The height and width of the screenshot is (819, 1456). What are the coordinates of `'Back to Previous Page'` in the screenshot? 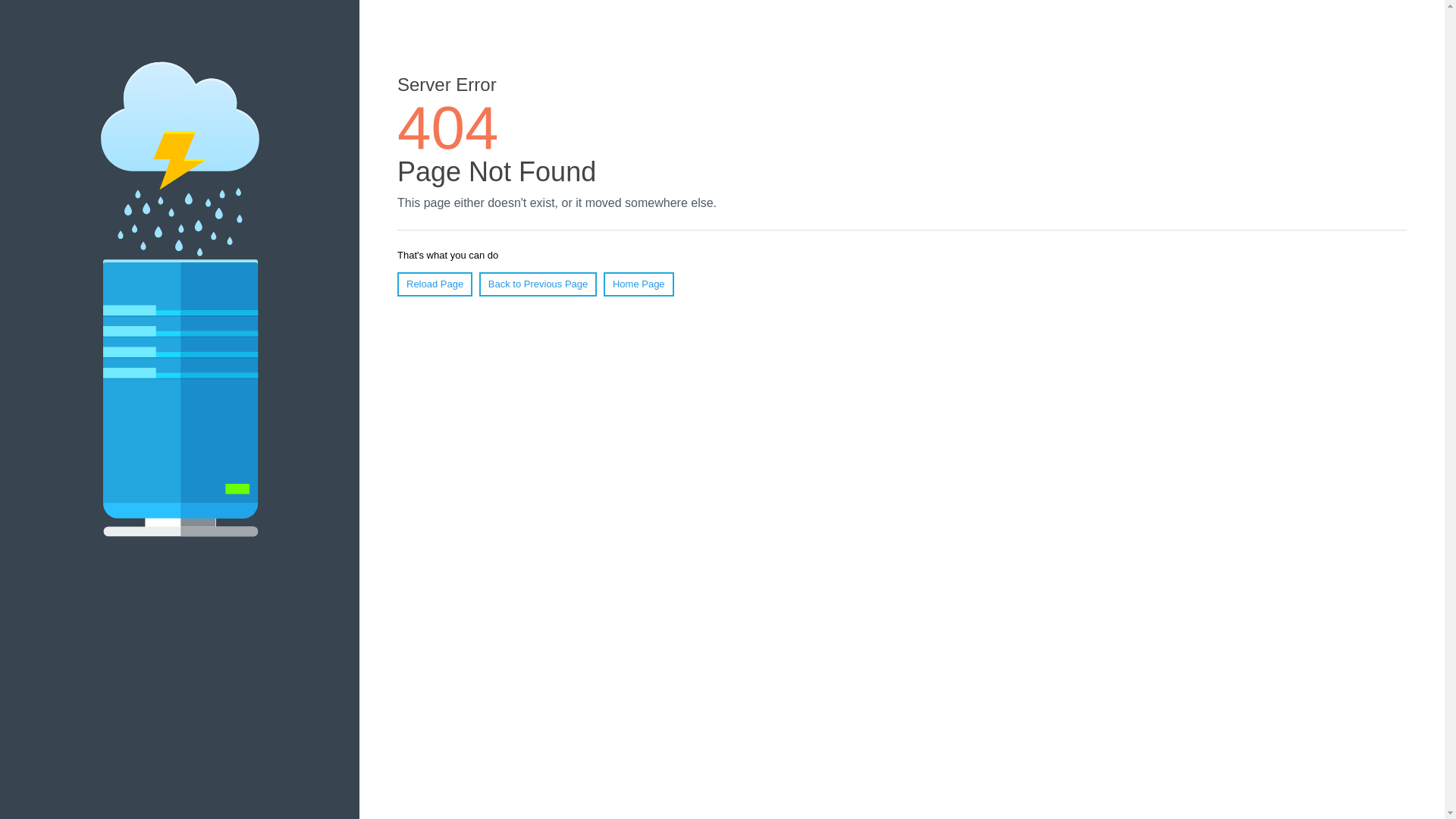 It's located at (479, 284).